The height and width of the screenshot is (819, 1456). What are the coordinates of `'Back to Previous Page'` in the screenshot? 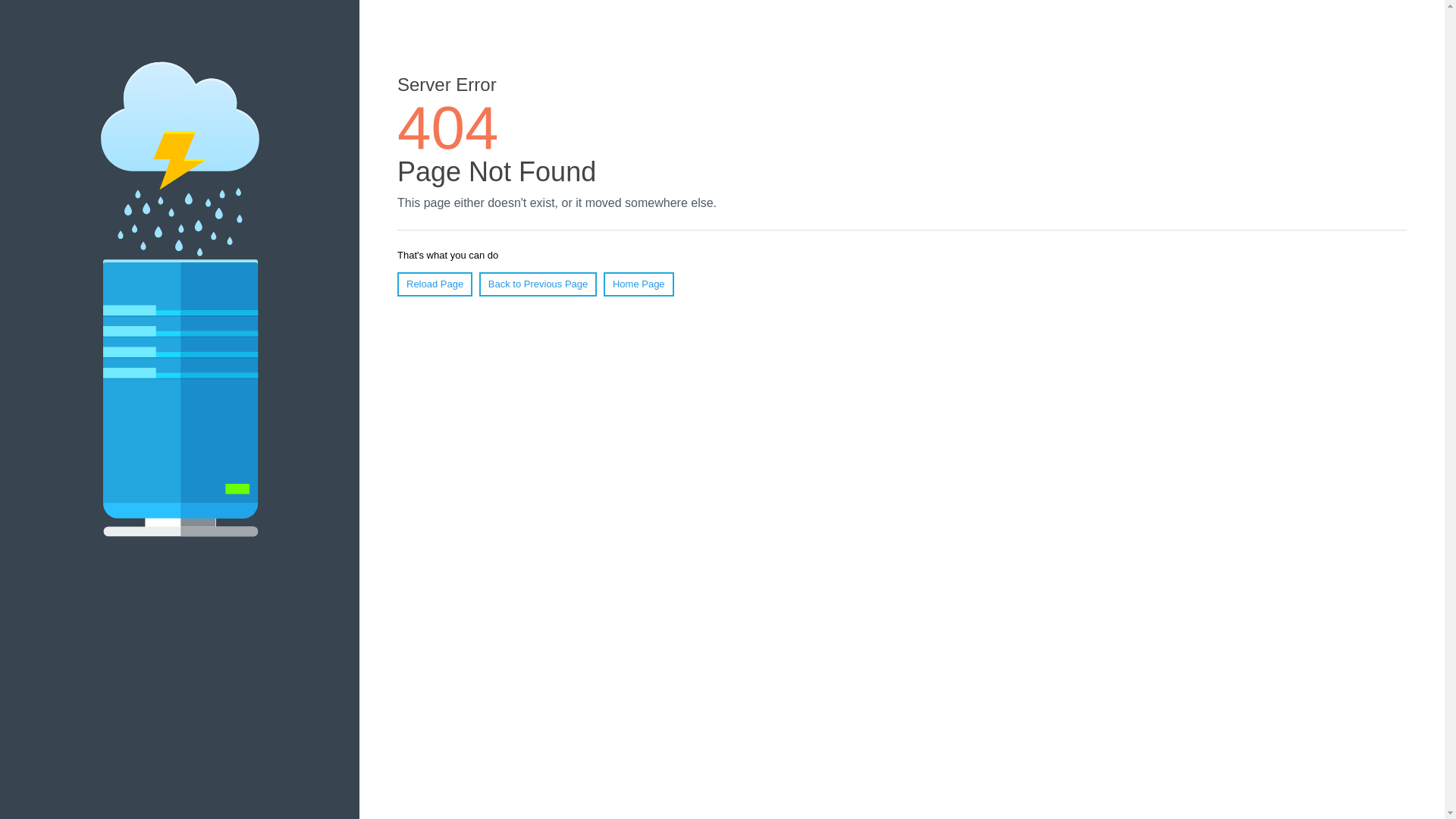 It's located at (479, 284).